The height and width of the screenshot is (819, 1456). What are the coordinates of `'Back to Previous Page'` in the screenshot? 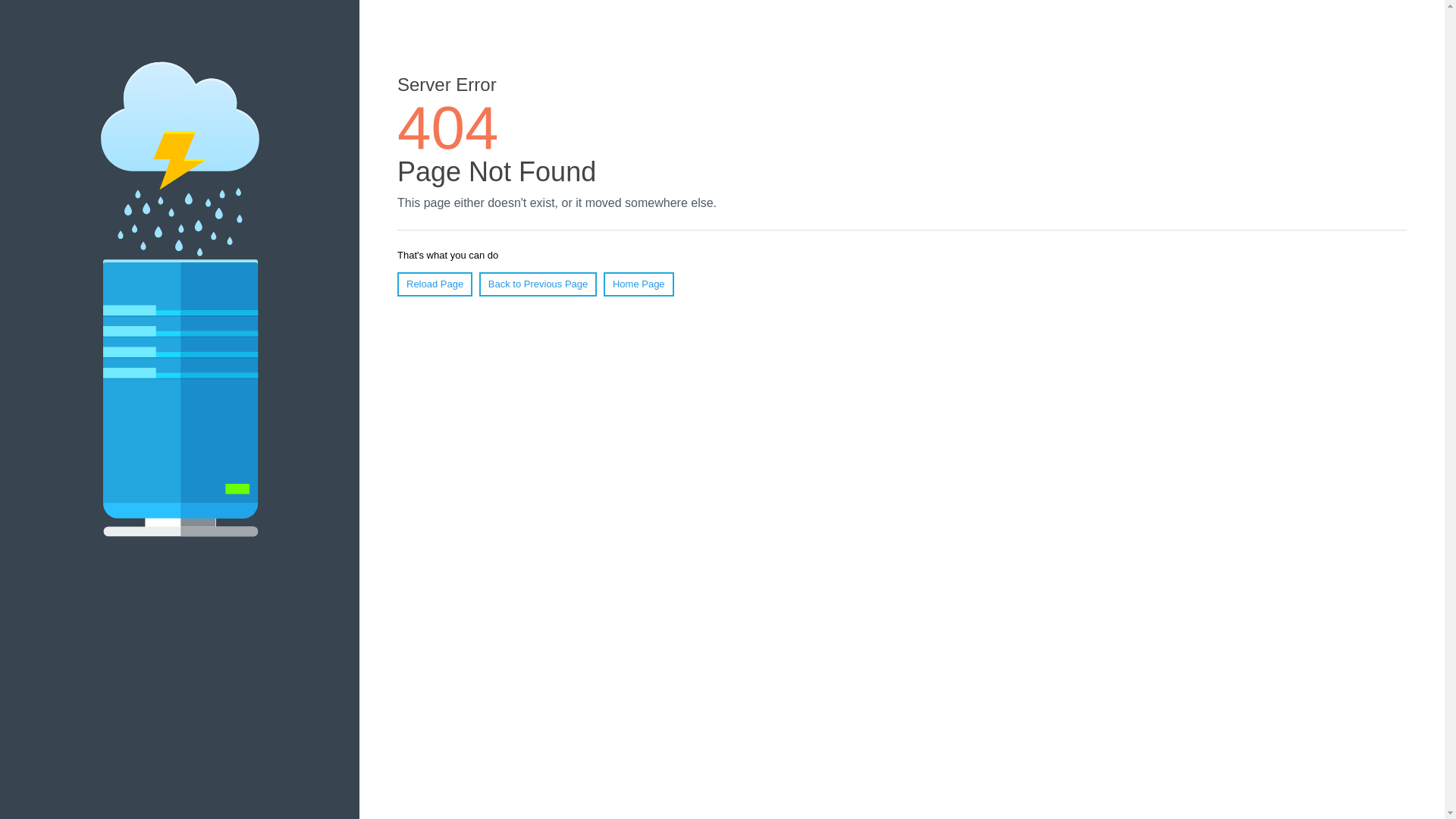 It's located at (479, 284).